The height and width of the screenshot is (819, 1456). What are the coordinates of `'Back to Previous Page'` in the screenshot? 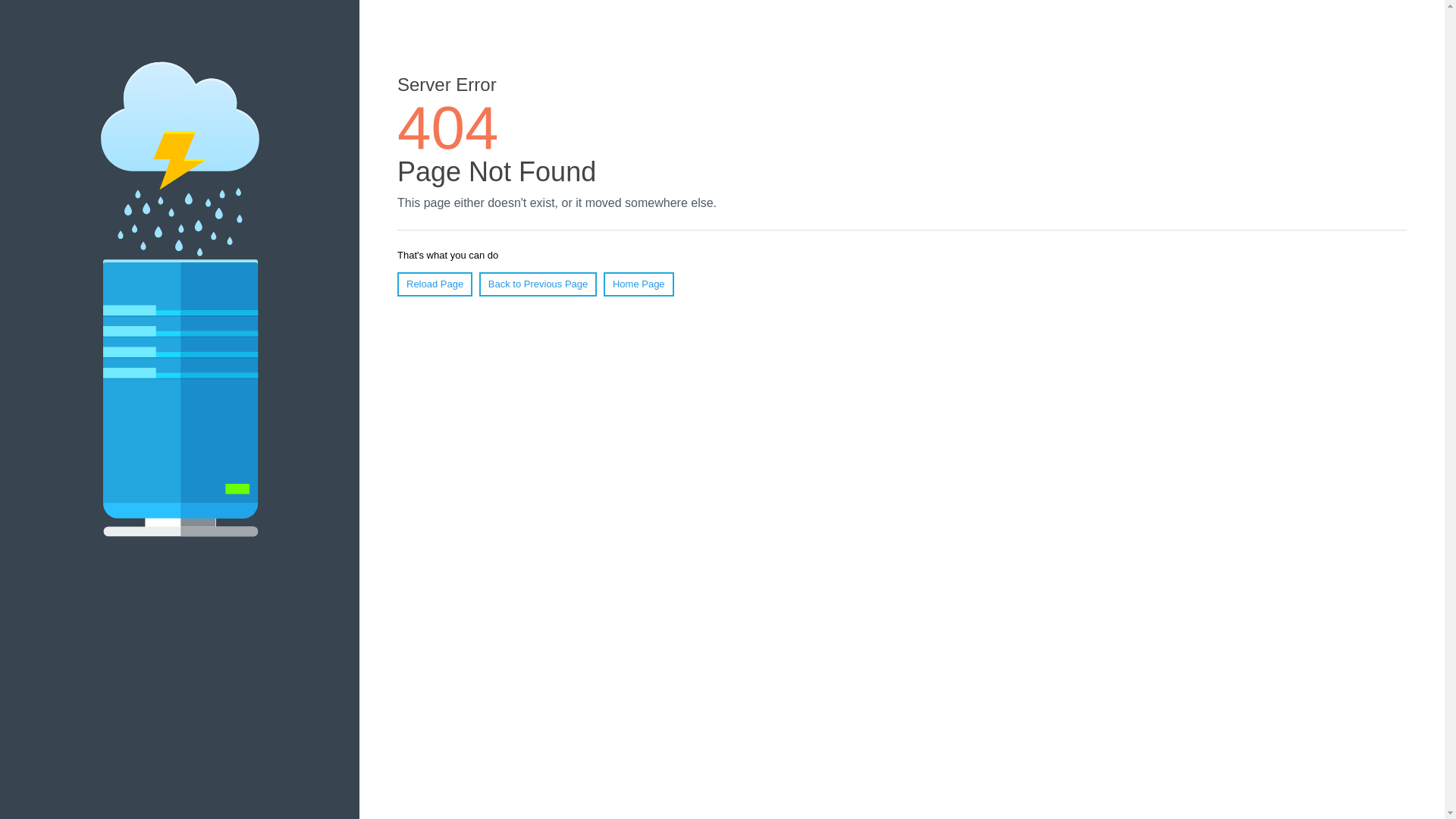 It's located at (479, 284).